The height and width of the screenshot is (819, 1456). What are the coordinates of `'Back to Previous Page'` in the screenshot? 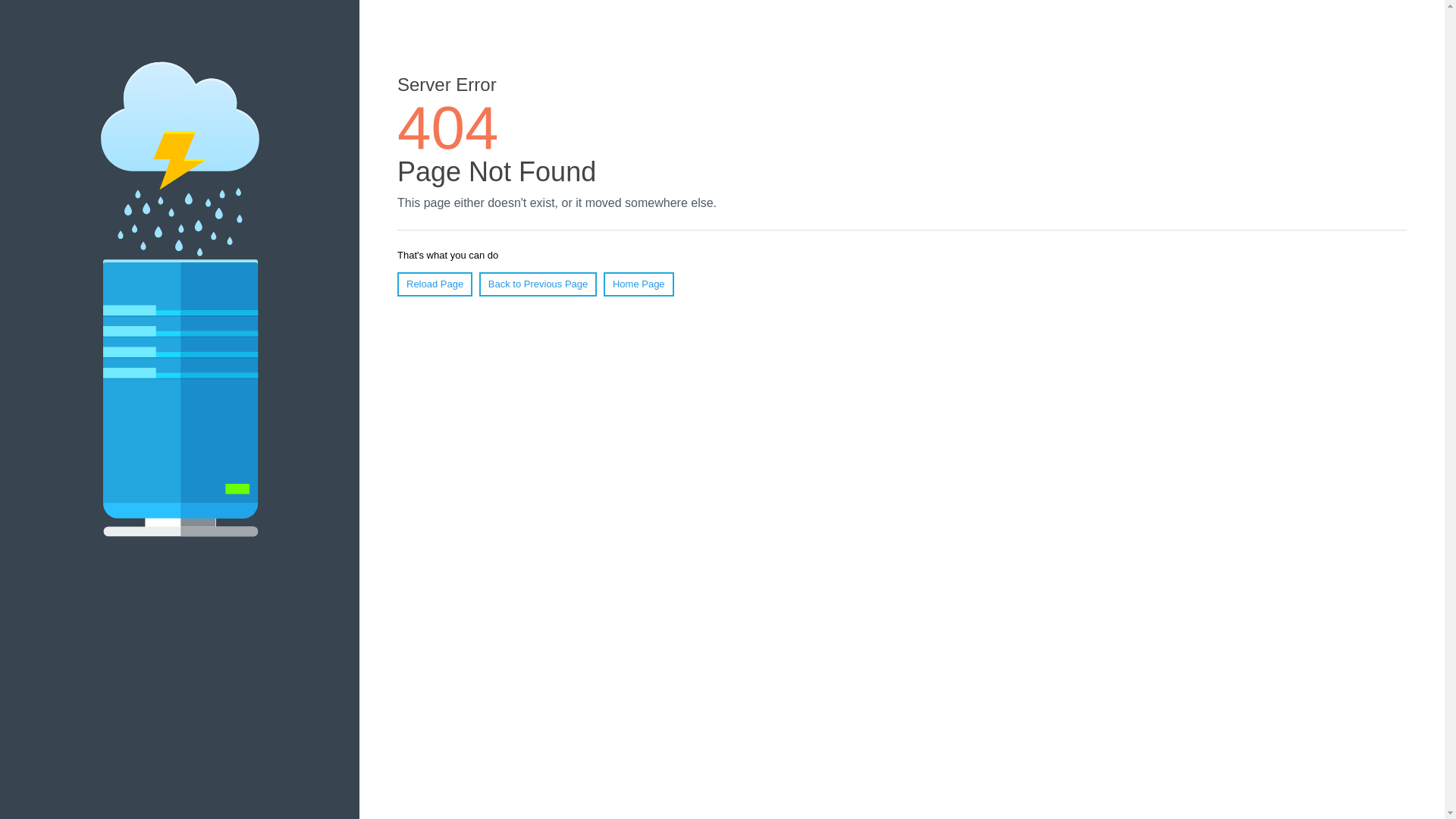 It's located at (479, 284).